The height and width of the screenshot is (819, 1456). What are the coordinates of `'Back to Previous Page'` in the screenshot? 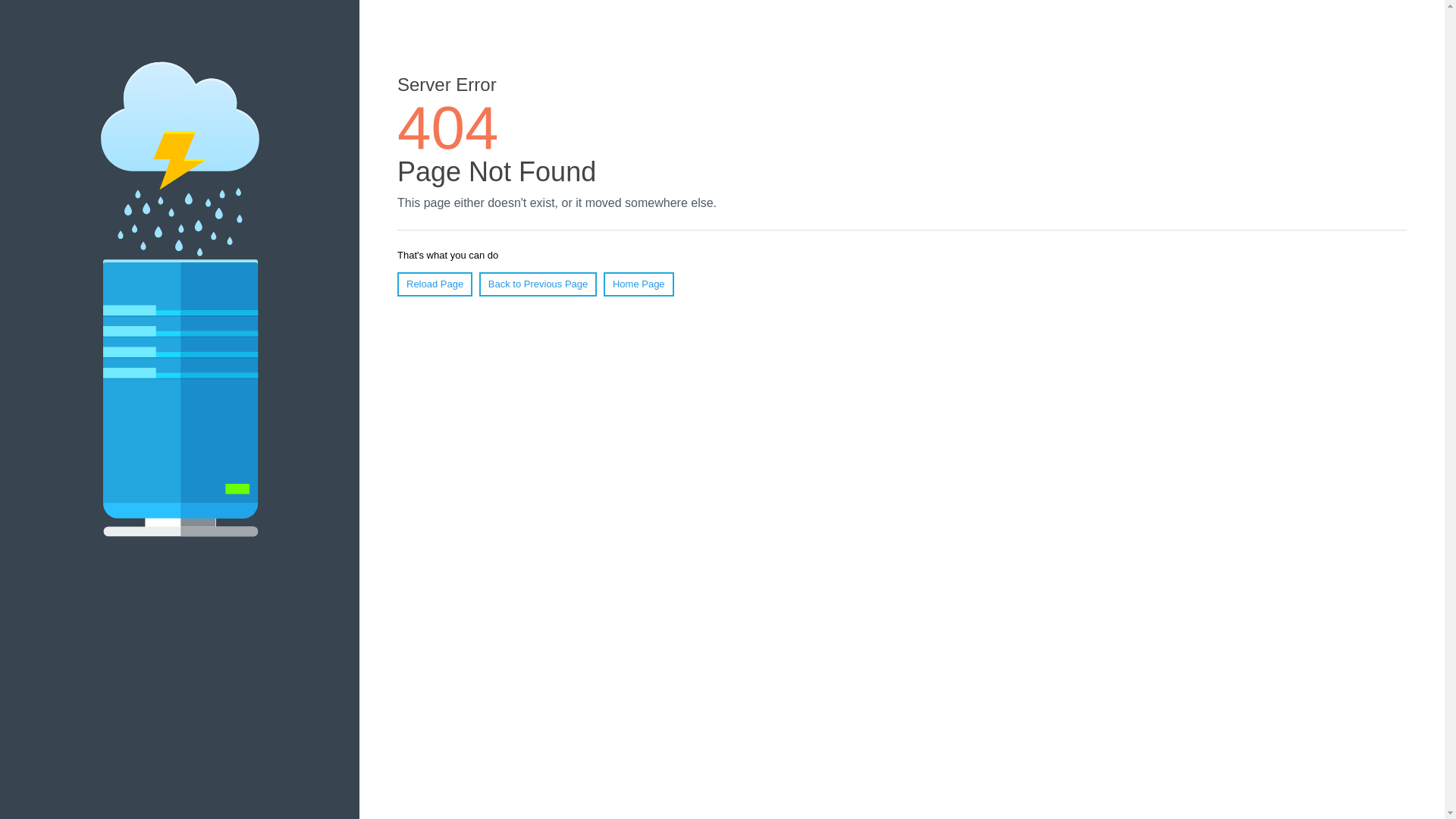 It's located at (479, 284).